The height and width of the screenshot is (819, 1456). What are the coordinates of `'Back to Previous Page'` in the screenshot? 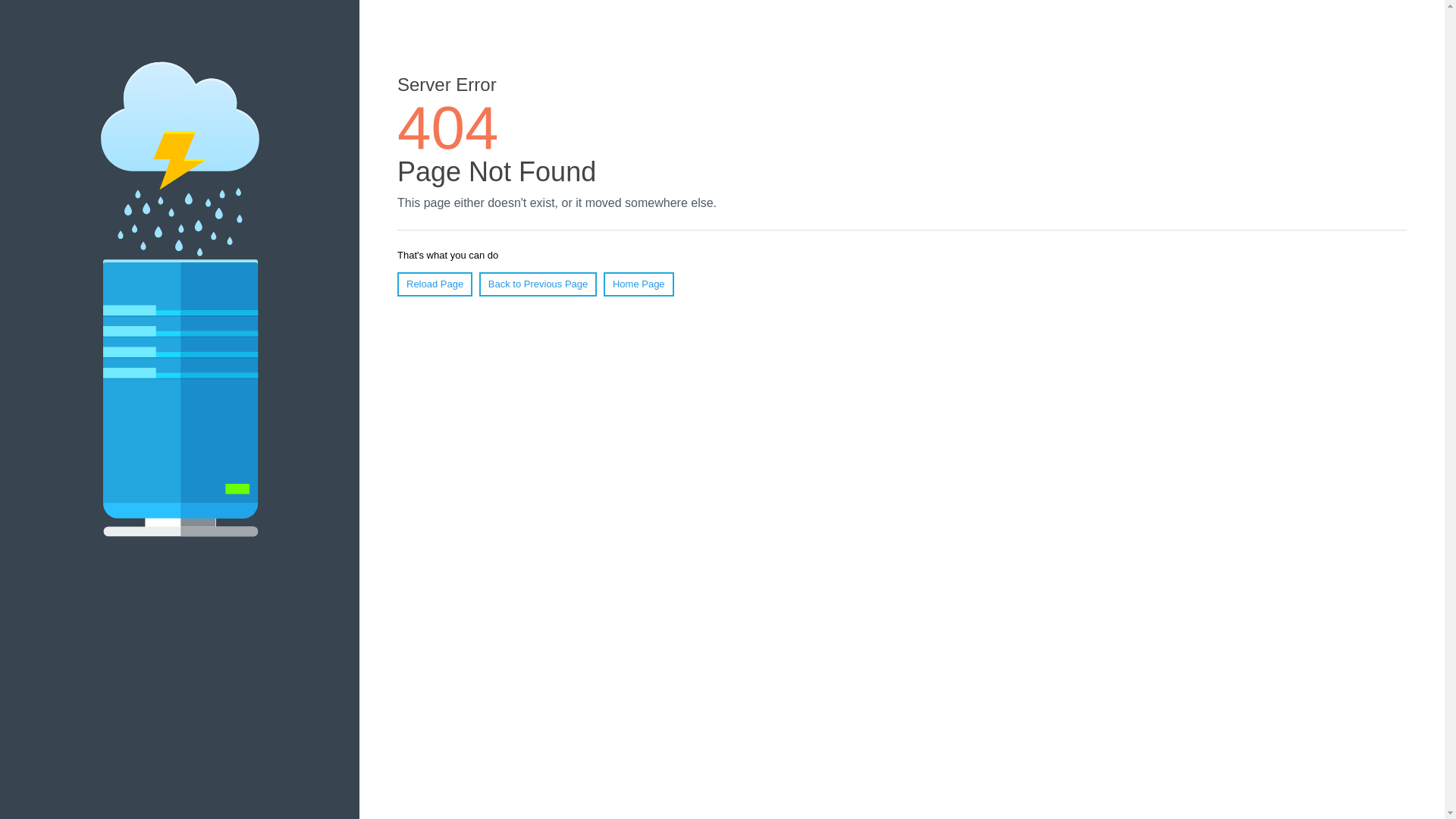 It's located at (479, 284).